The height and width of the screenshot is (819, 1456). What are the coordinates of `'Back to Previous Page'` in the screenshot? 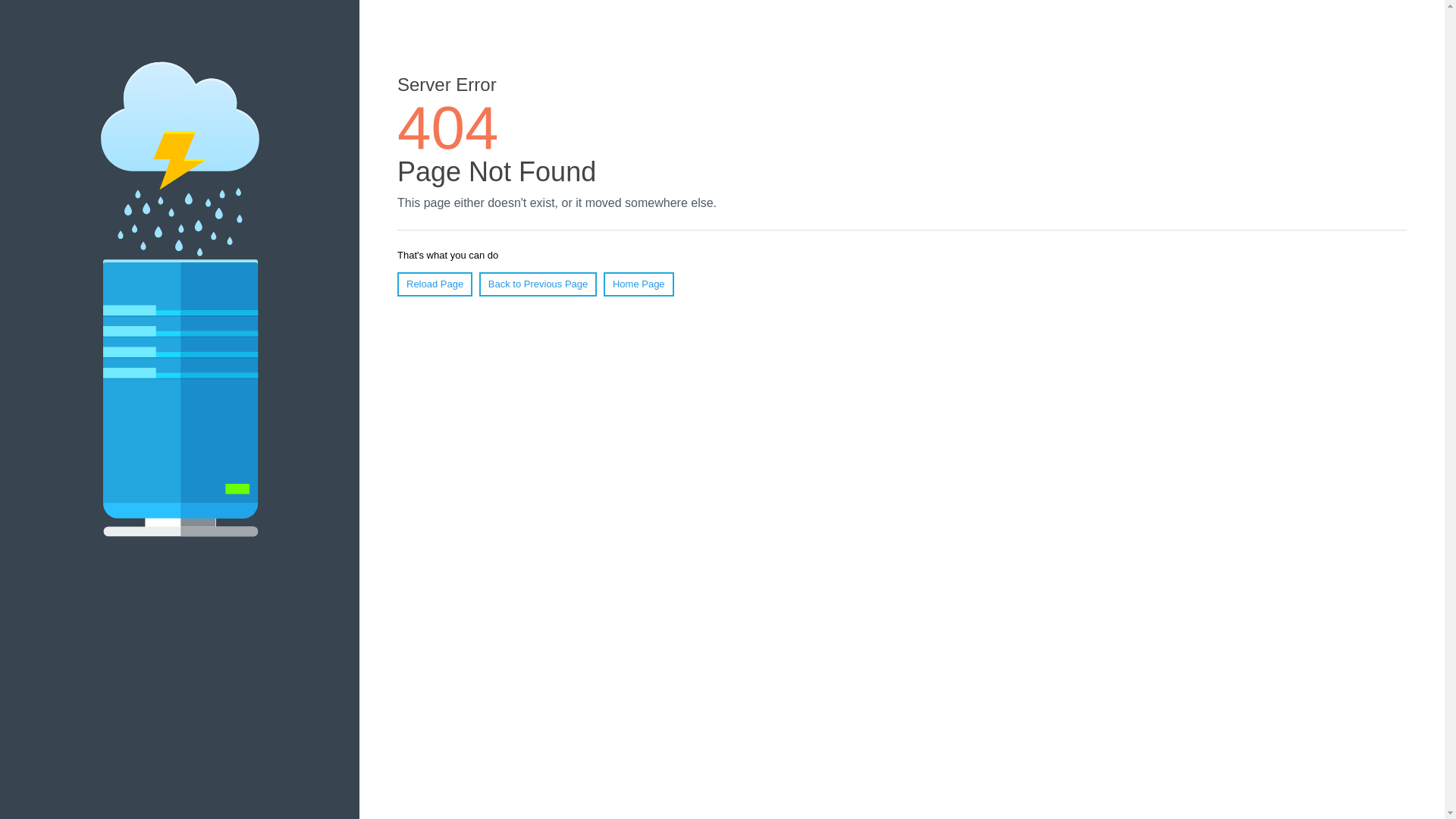 It's located at (479, 284).